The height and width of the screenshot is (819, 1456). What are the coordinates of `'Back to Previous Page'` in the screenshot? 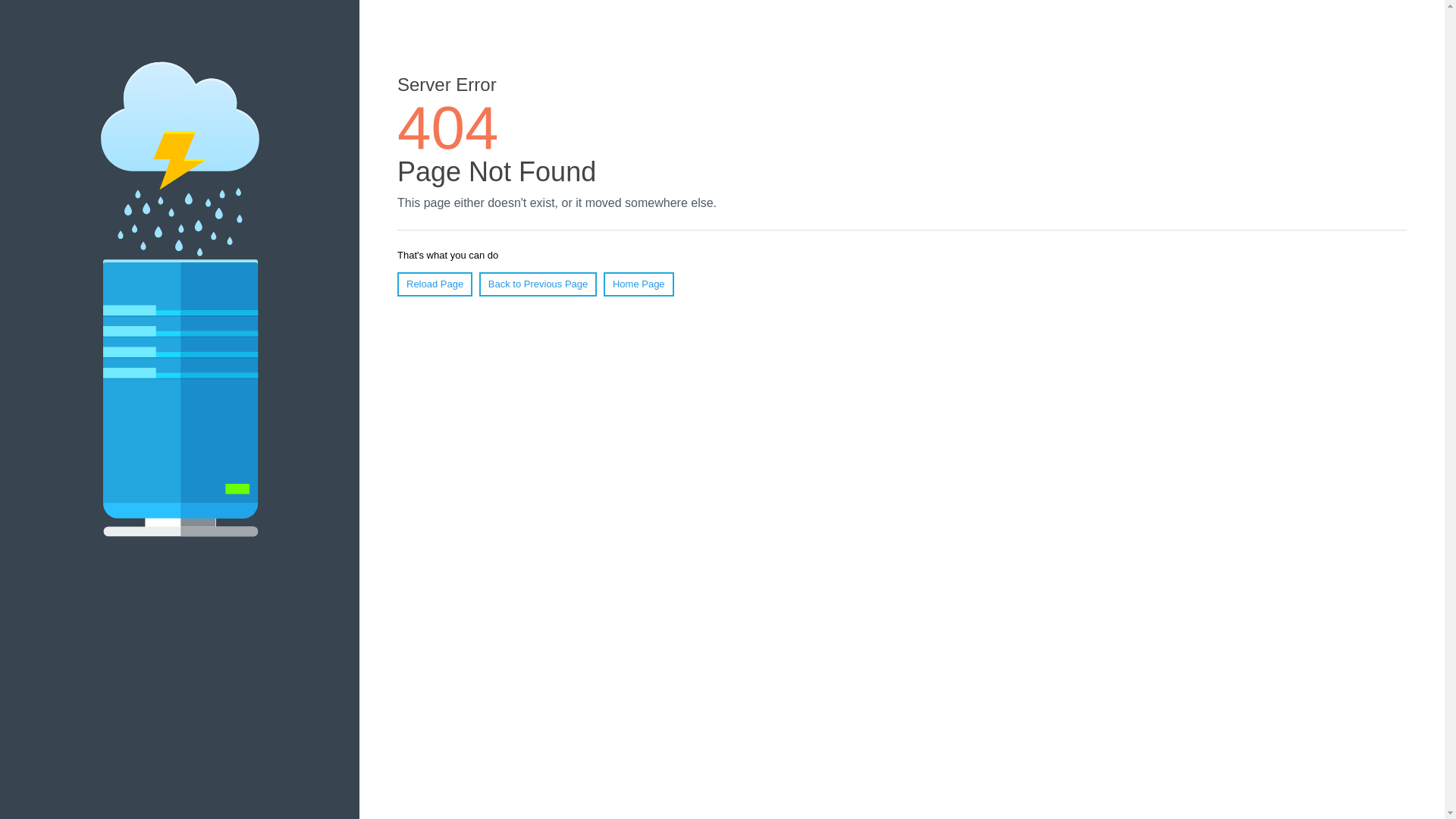 It's located at (479, 284).